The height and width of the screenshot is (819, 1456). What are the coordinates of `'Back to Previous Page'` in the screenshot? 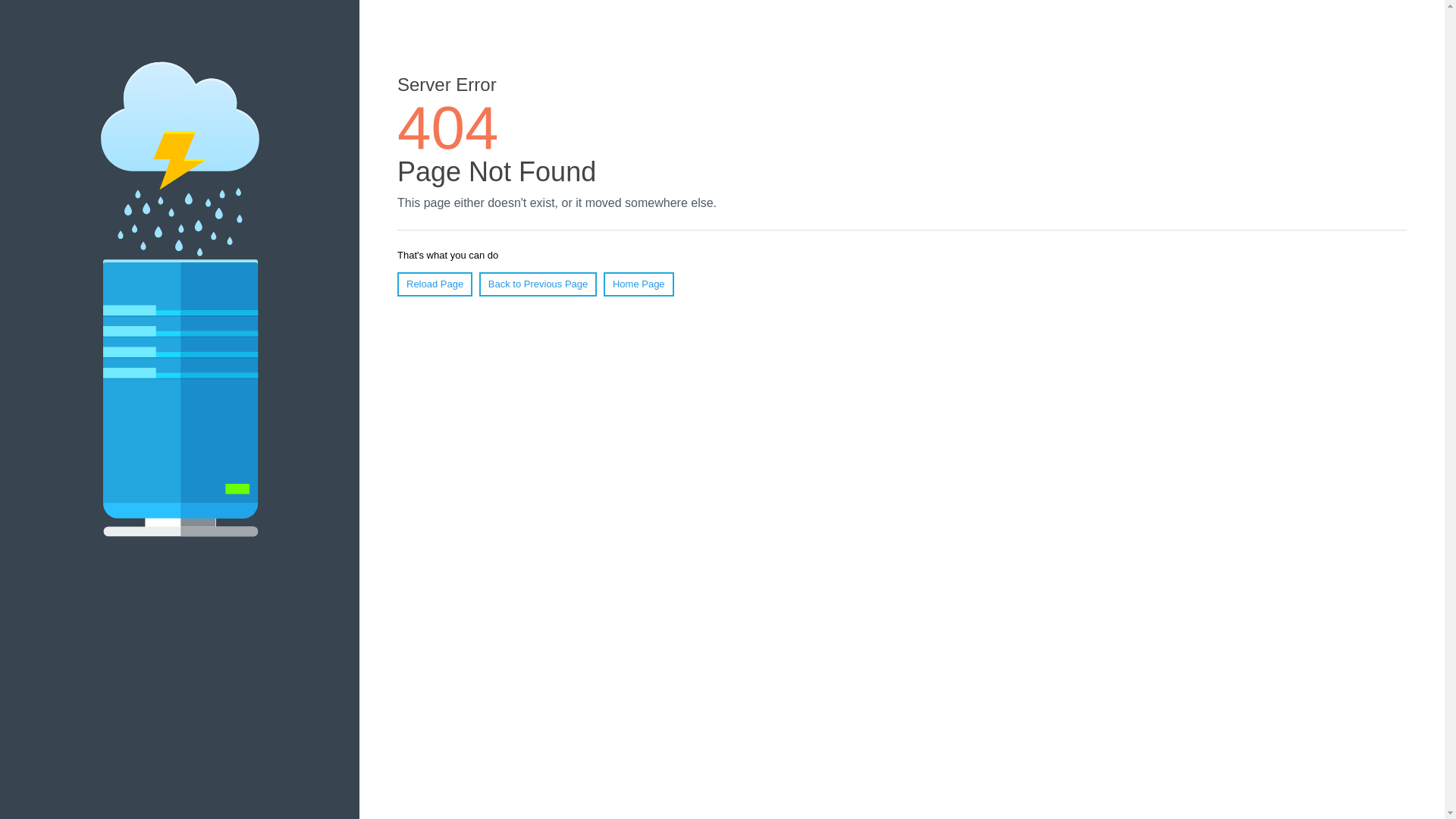 It's located at (479, 284).